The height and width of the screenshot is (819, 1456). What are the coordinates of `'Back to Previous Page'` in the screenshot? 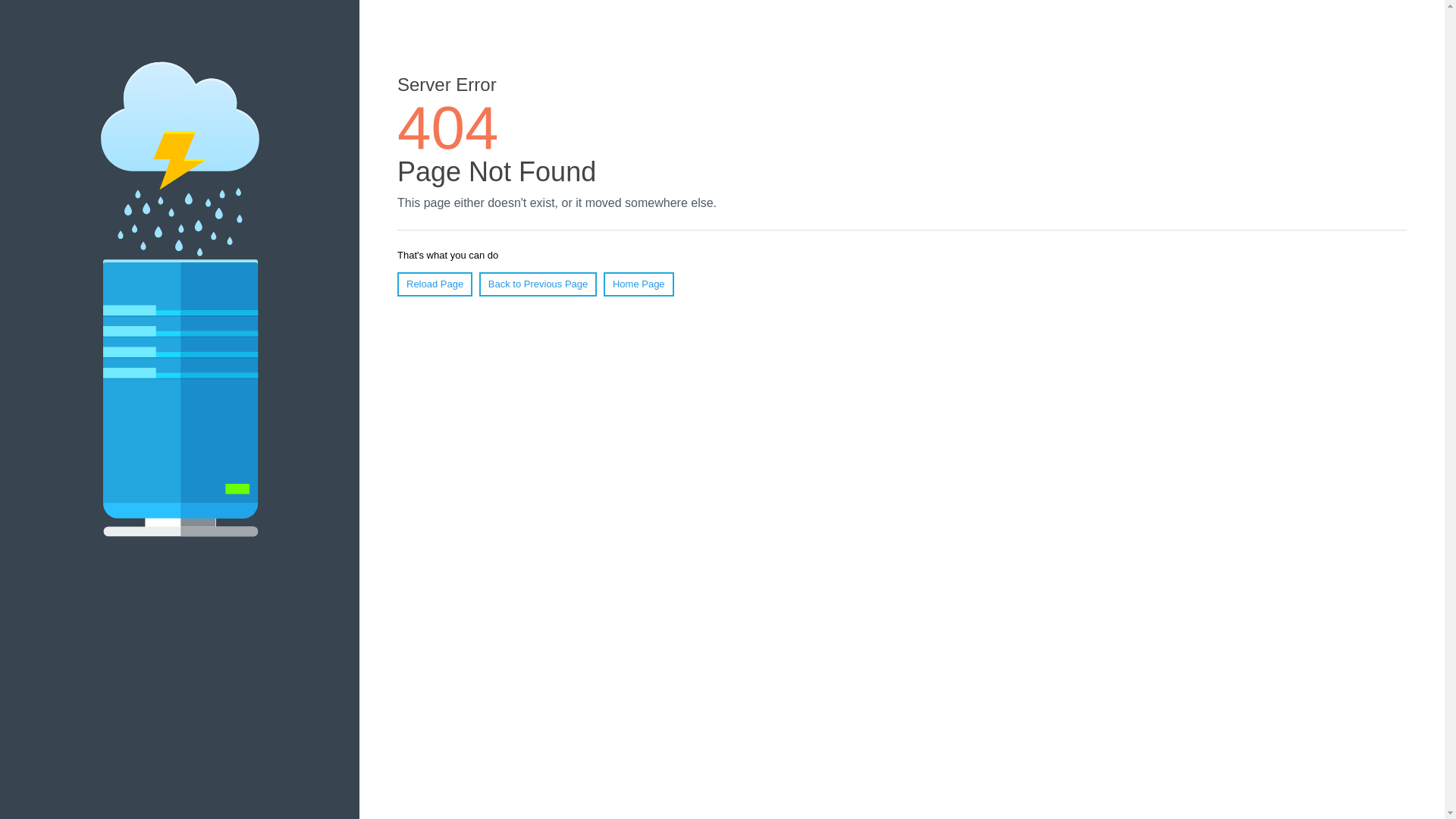 It's located at (479, 284).